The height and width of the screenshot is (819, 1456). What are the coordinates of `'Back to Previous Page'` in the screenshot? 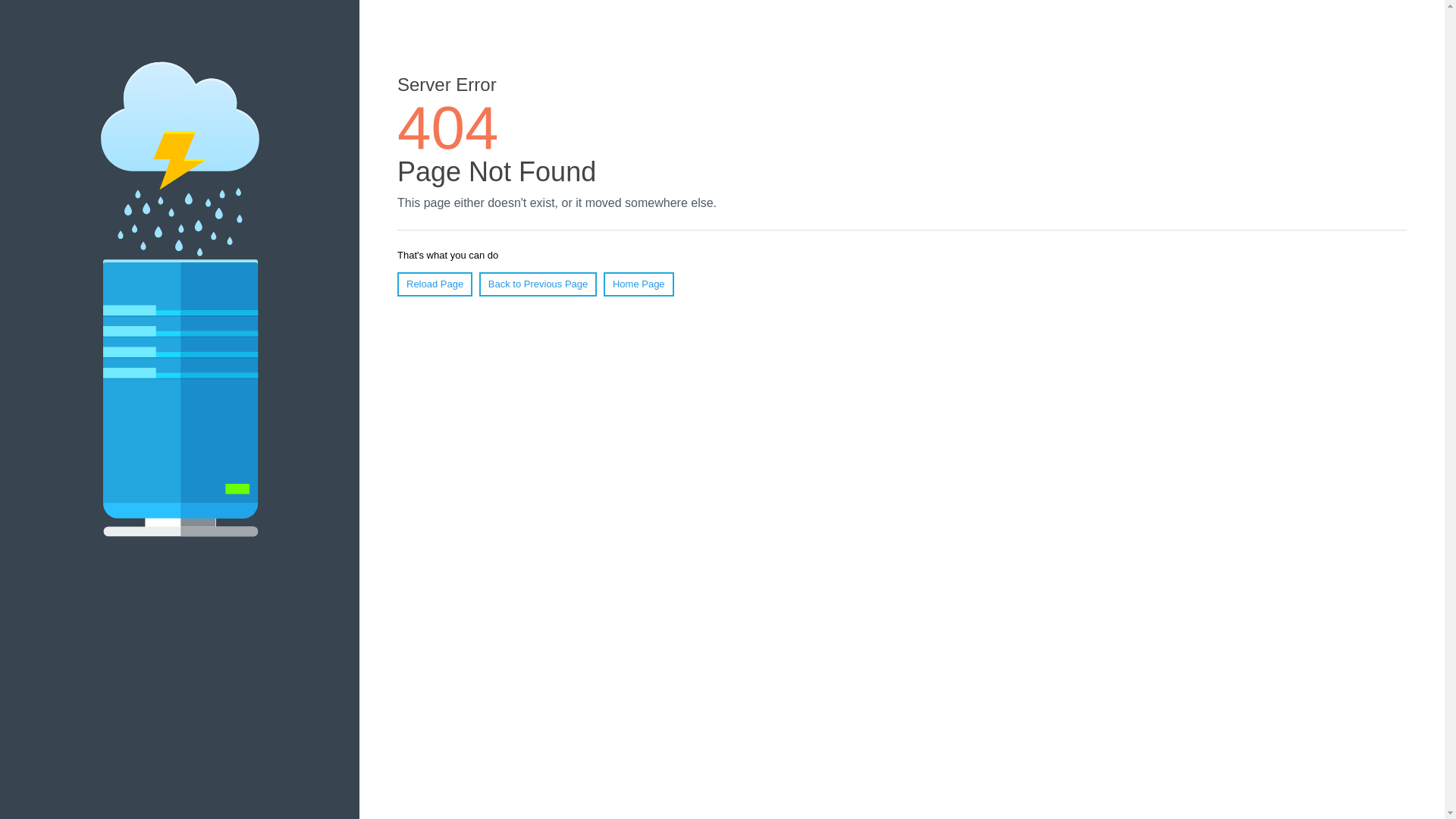 It's located at (479, 284).